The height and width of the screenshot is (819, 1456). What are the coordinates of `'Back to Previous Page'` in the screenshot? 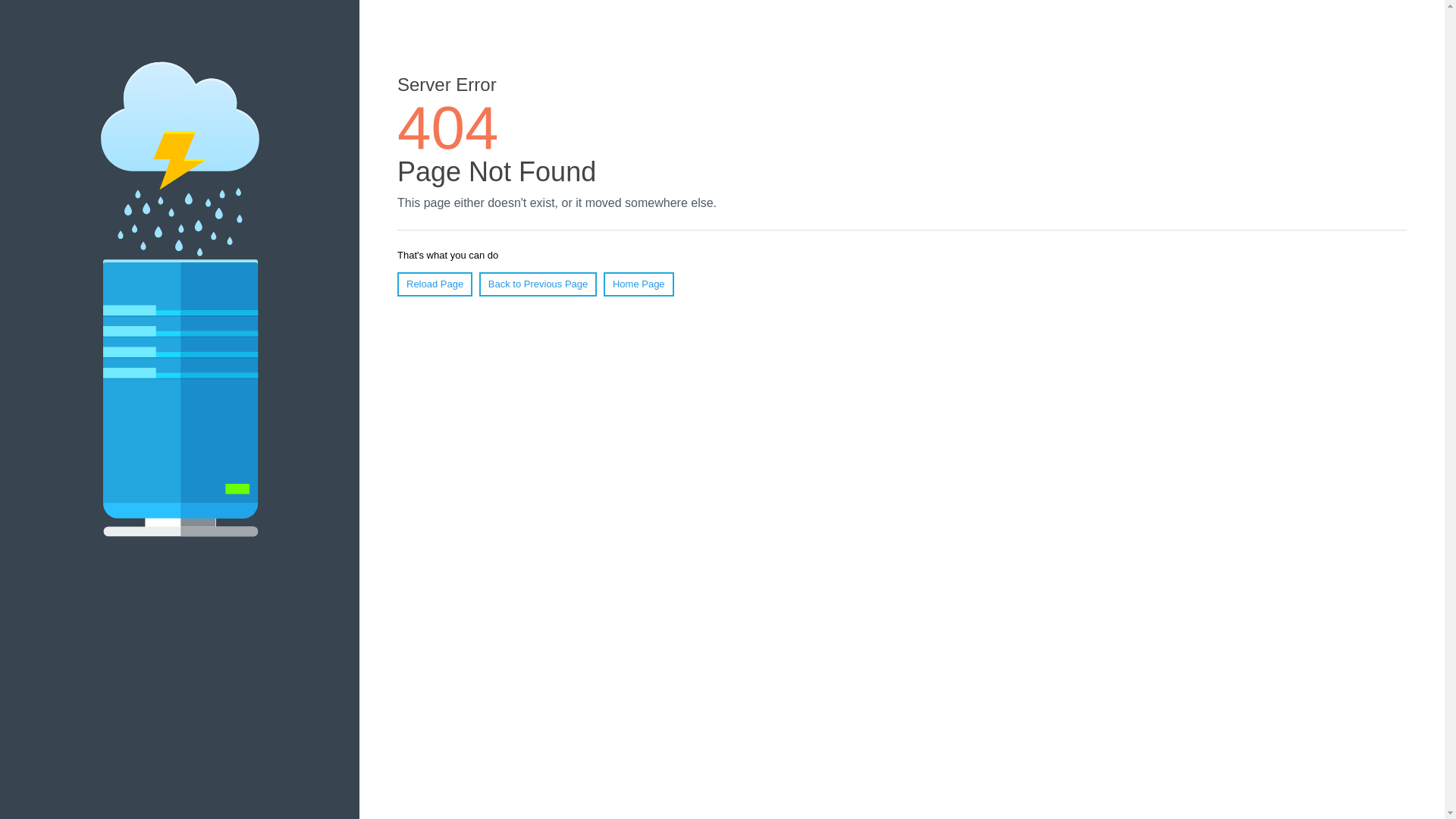 It's located at (479, 284).